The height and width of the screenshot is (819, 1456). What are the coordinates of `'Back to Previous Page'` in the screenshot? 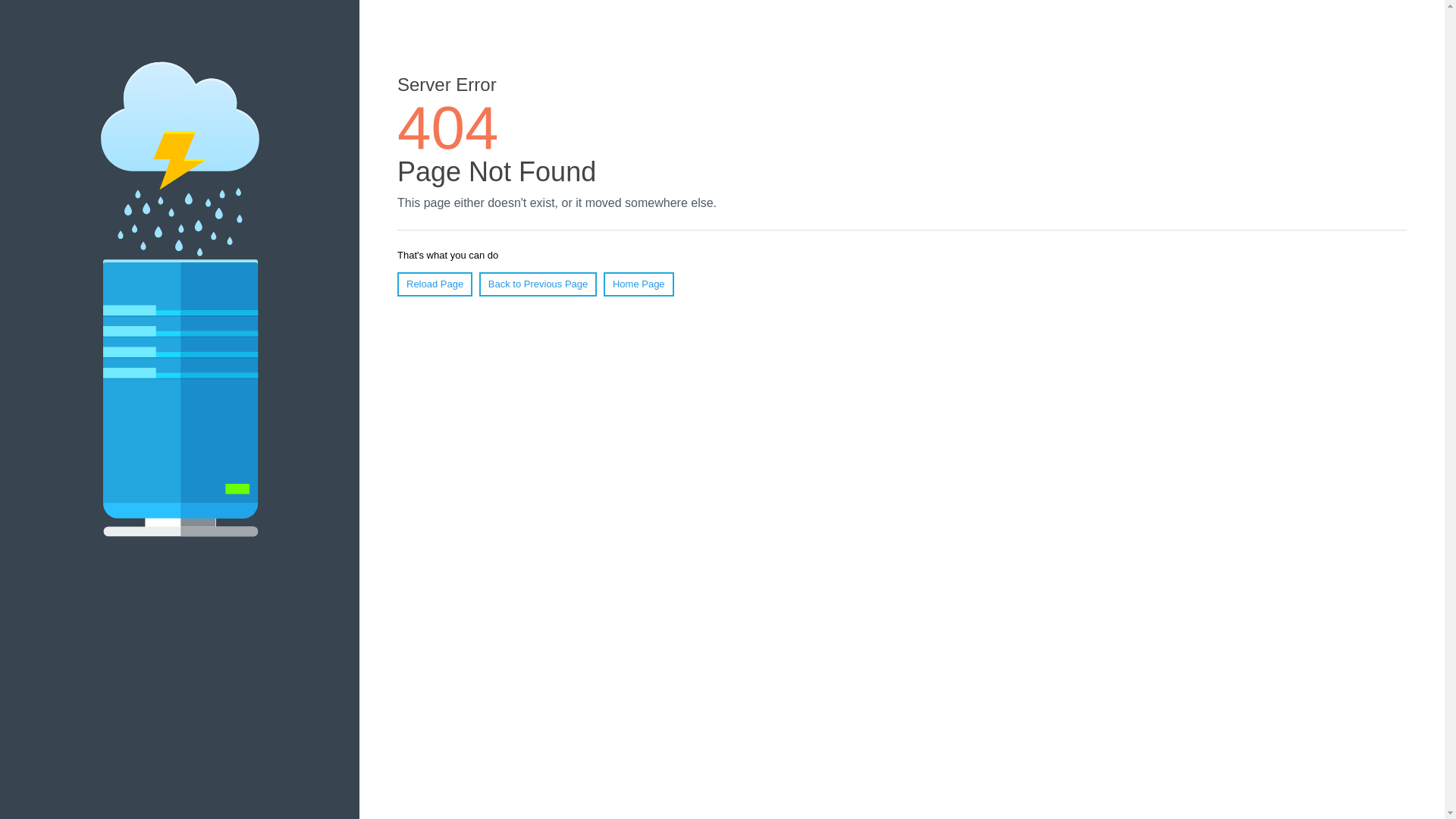 It's located at (479, 284).